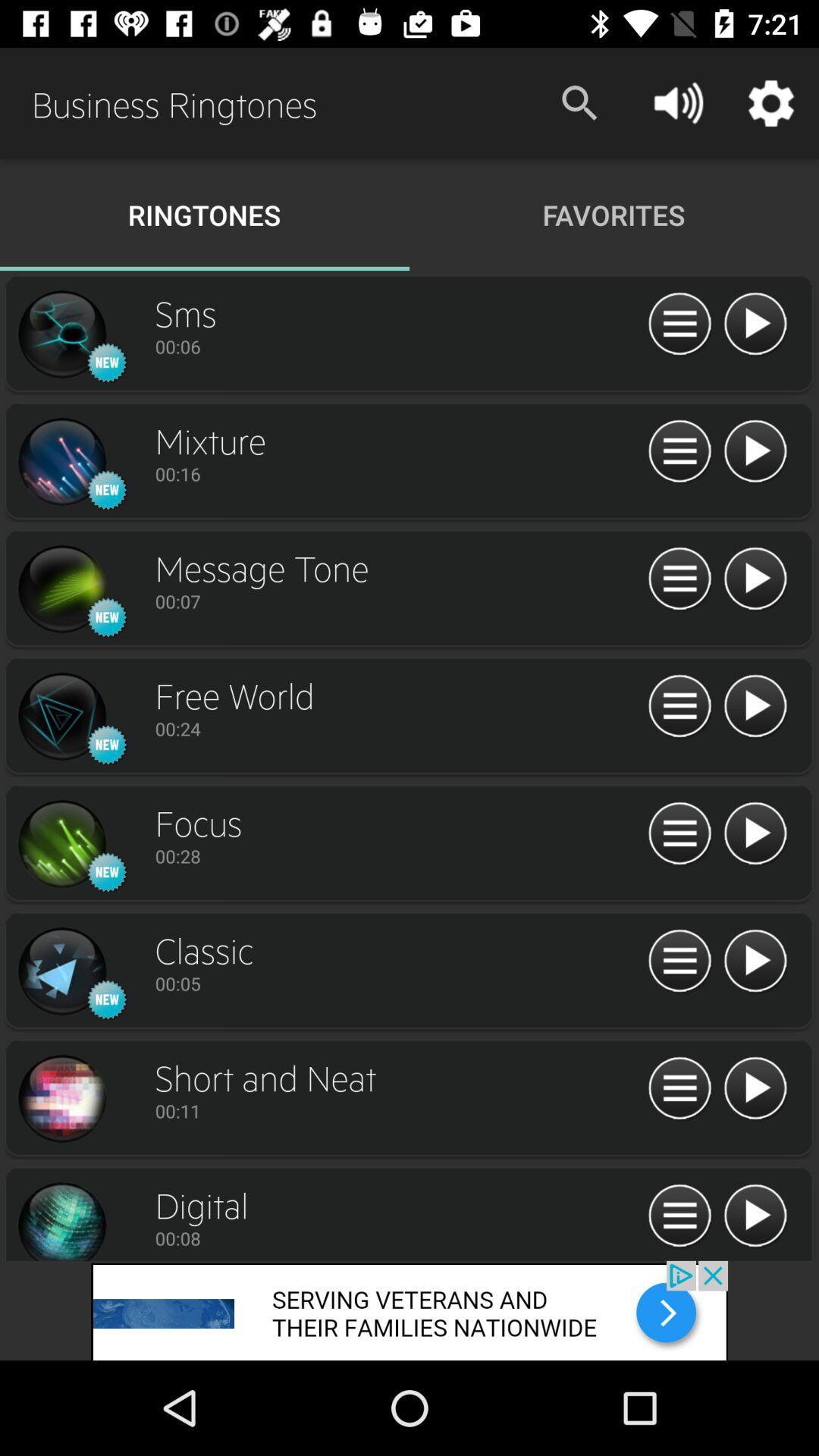 The width and height of the screenshot is (819, 1456). I want to click on new icon next to mixture, so click(61, 461).